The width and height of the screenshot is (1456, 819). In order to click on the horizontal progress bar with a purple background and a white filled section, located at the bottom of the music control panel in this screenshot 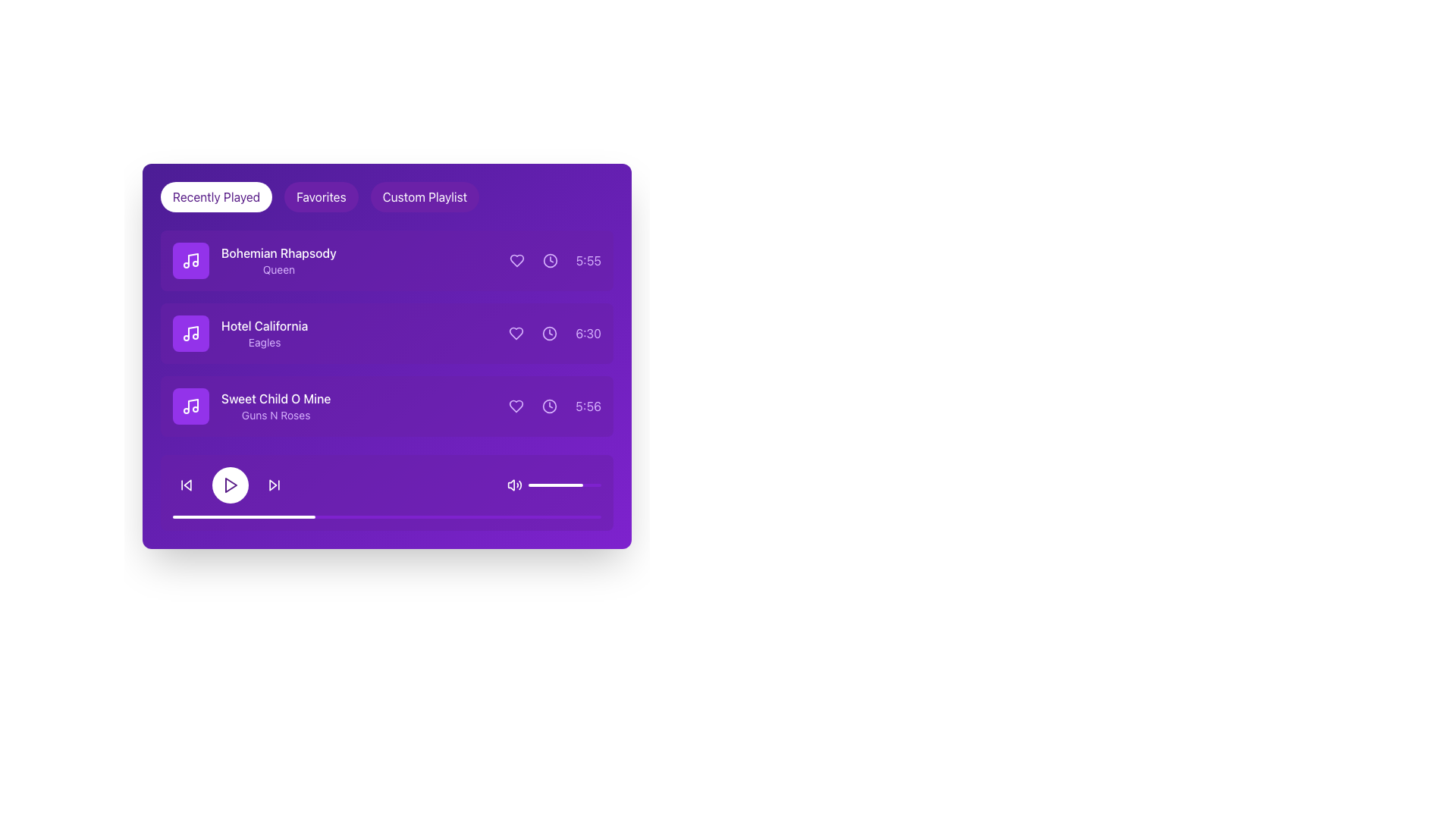, I will do `click(387, 516)`.